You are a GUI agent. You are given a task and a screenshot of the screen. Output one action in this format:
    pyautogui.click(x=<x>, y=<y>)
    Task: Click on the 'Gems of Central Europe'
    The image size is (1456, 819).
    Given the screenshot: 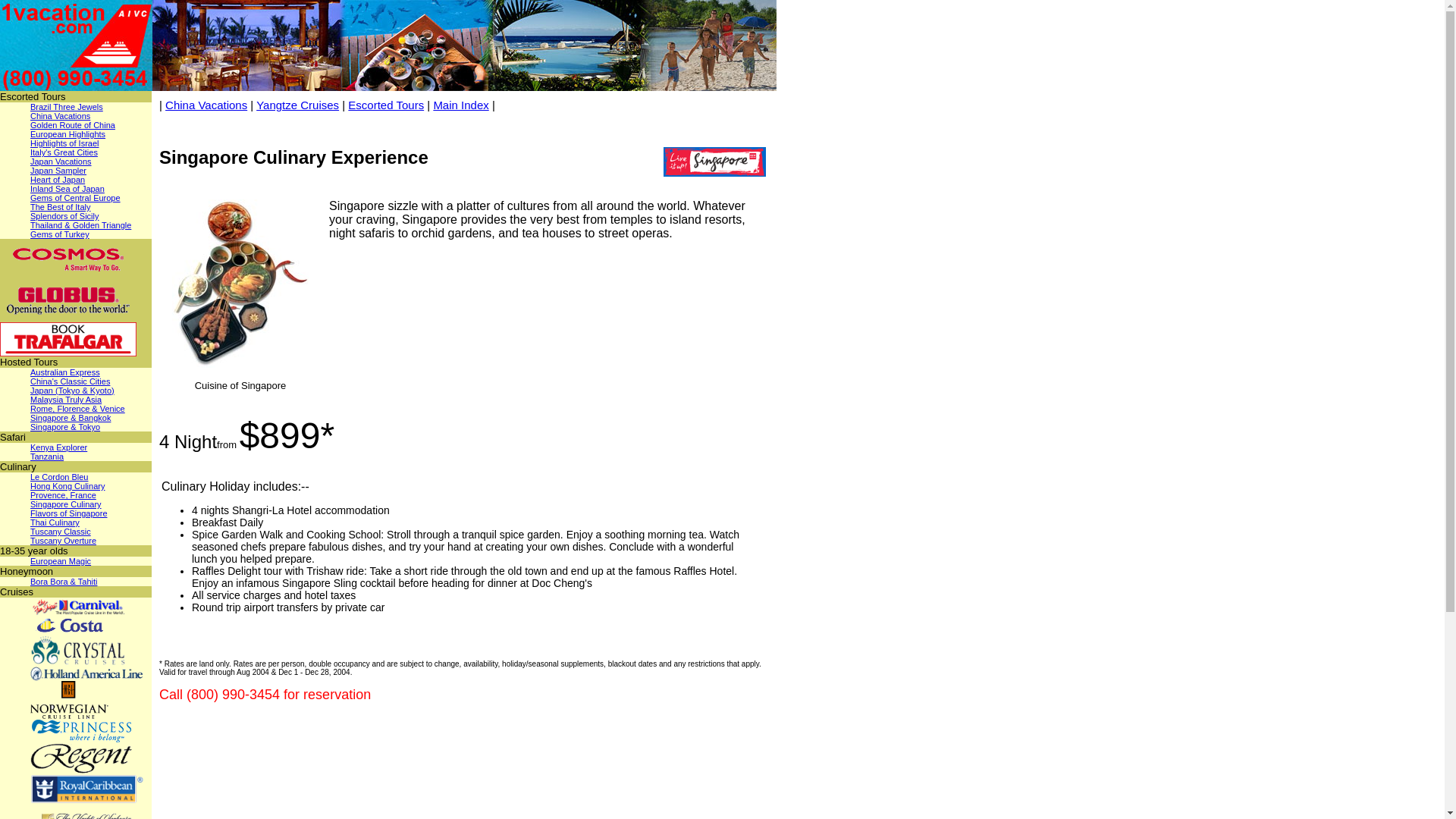 What is the action you would take?
    pyautogui.click(x=74, y=197)
    